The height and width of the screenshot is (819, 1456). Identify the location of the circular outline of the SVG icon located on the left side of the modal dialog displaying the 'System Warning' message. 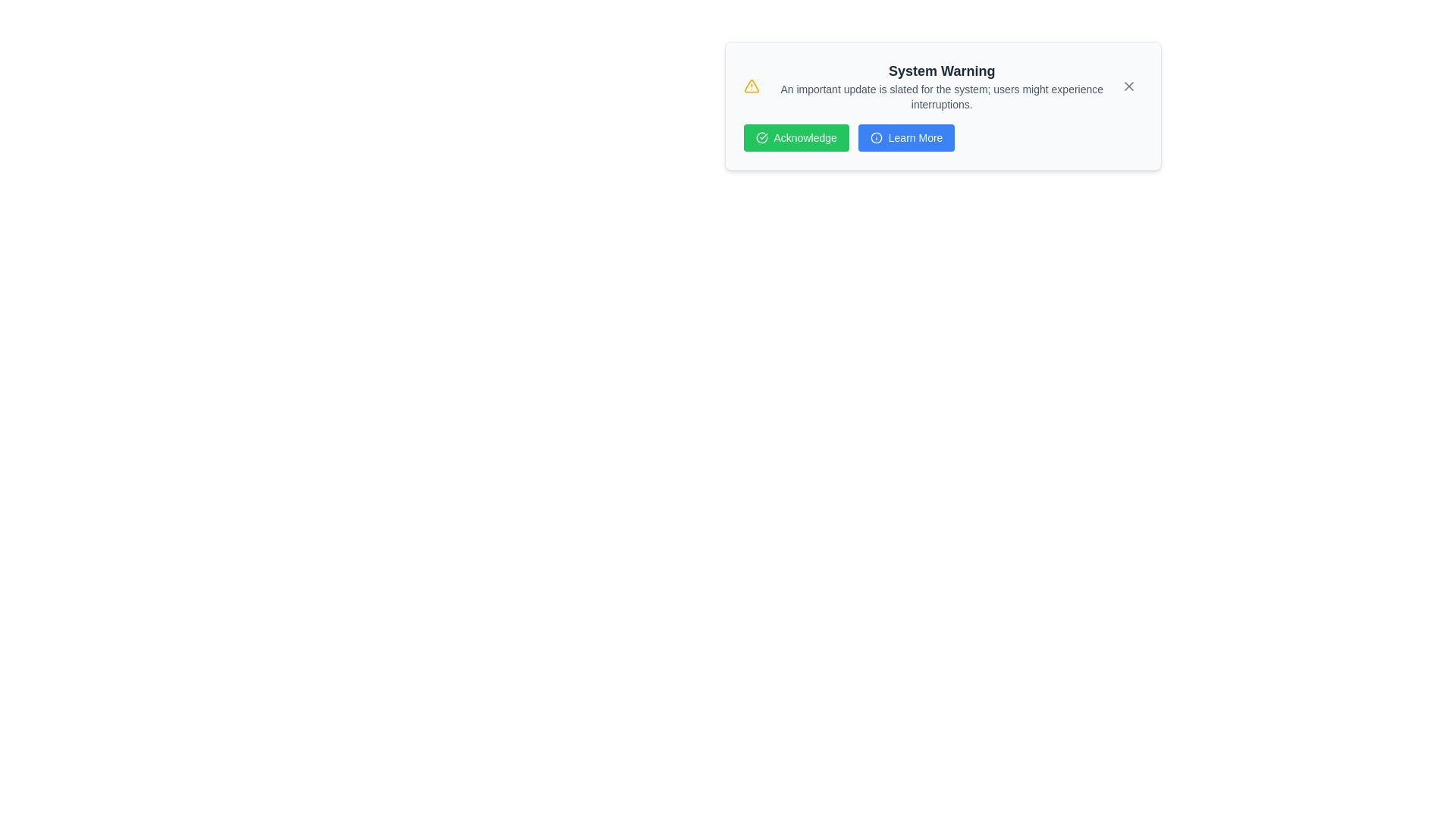
(876, 137).